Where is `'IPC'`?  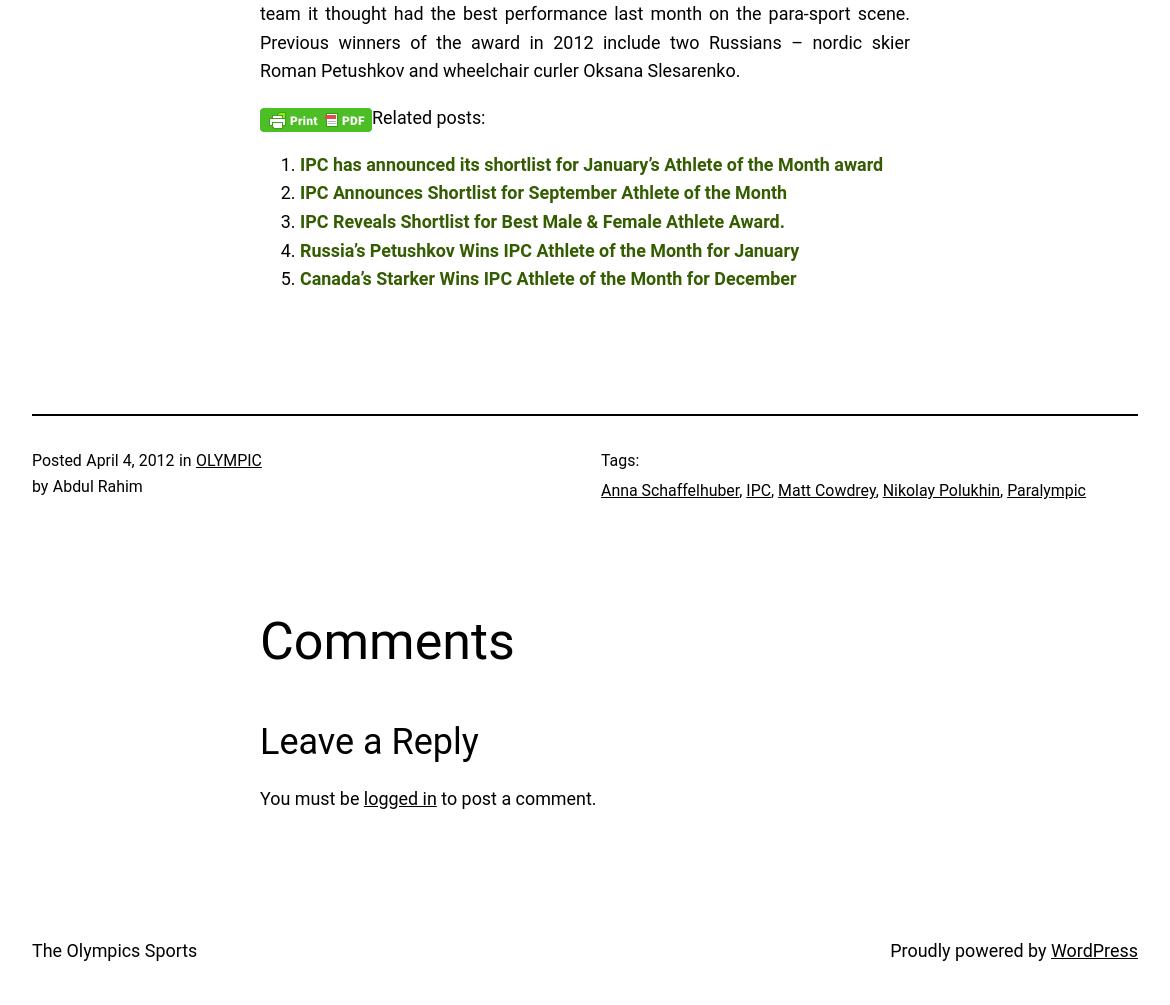 'IPC' is located at coordinates (744, 490).